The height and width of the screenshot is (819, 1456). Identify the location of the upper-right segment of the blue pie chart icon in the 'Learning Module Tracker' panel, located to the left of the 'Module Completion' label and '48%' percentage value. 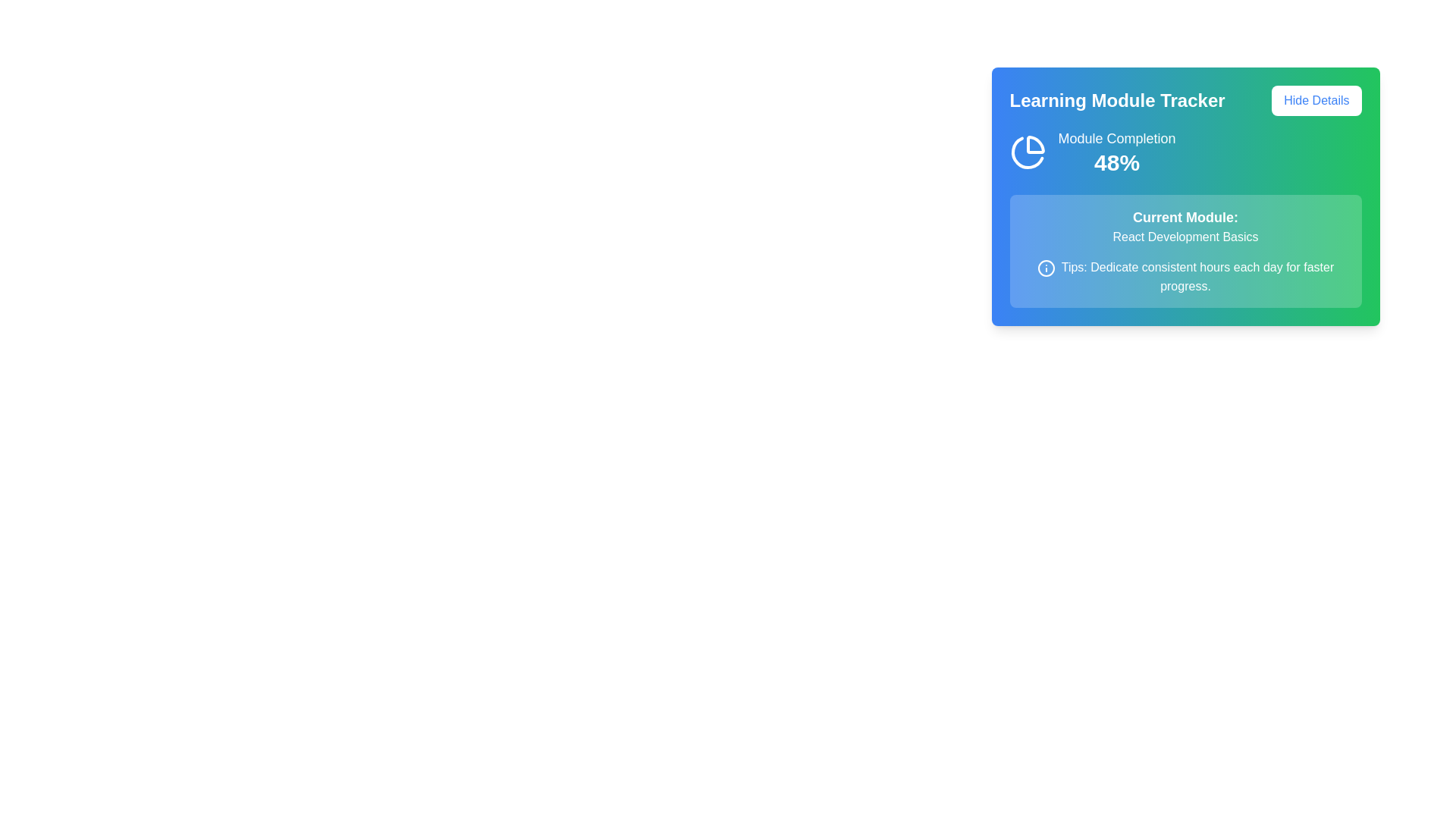
(1034, 145).